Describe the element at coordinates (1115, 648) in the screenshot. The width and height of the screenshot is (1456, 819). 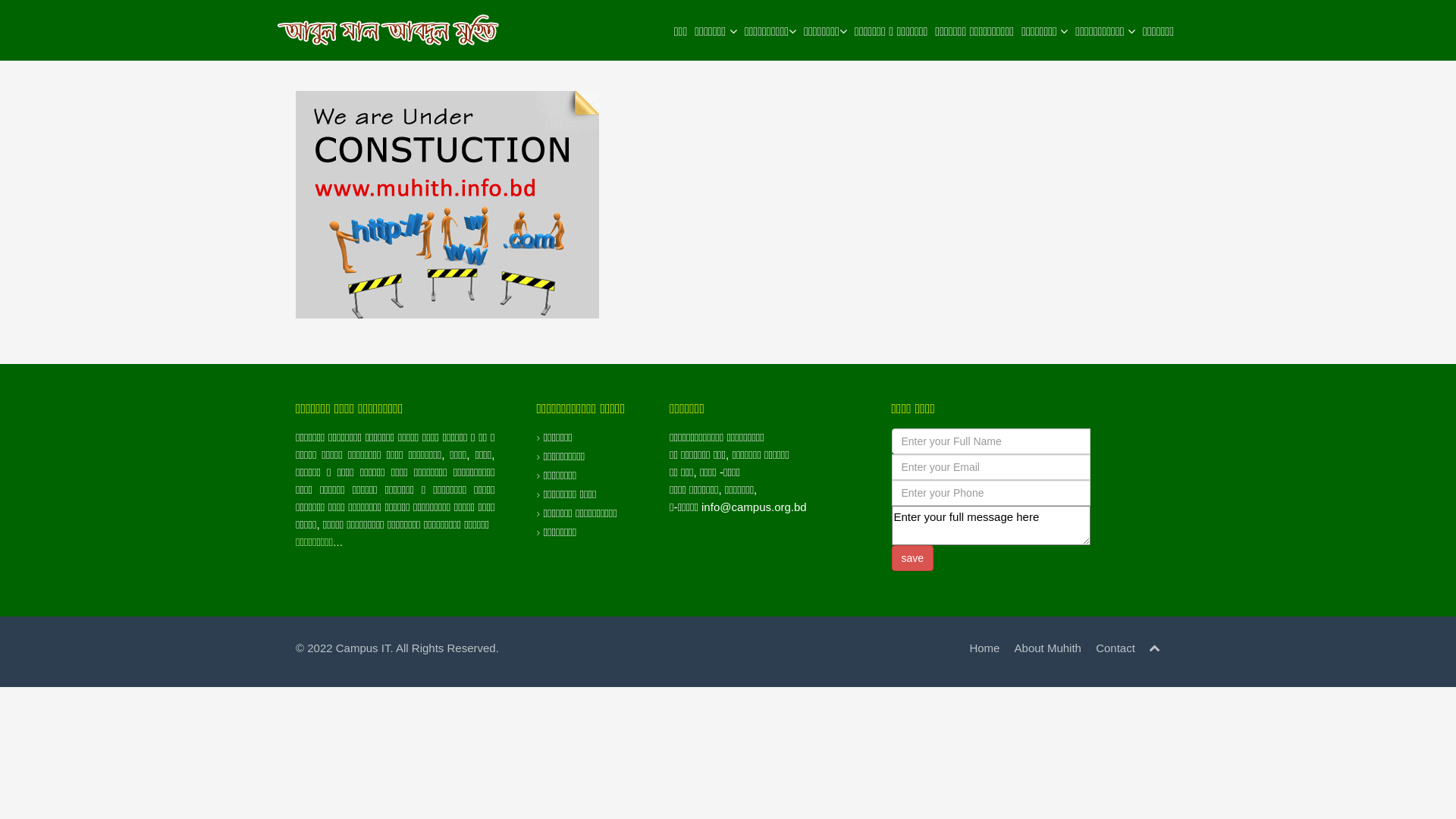
I see `'Contact'` at that location.